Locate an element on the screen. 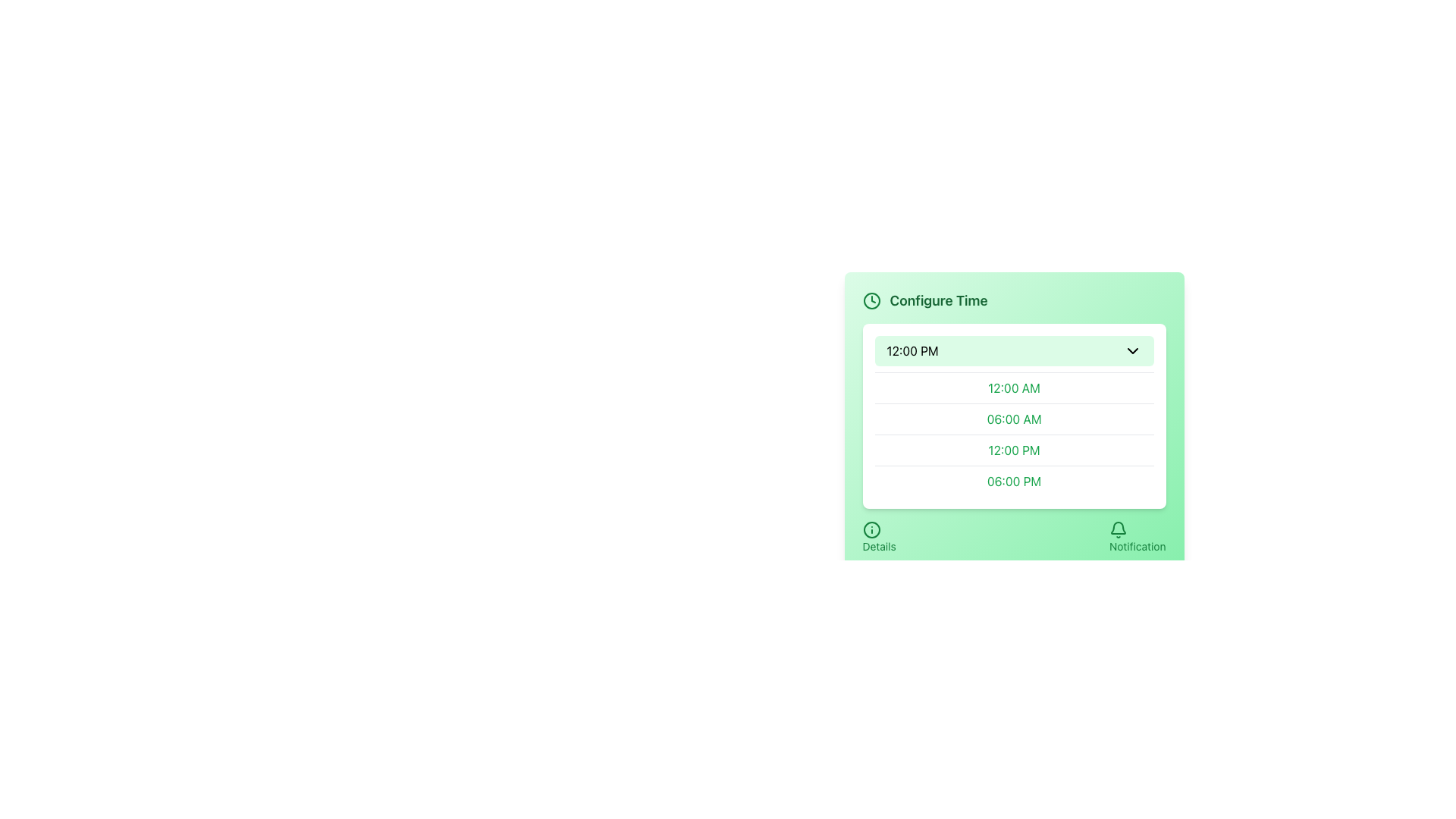 Image resolution: width=1456 pixels, height=819 pixels. the notification icon located at the bottom-right region of the light green card interface is located at coordinates (1118, 529).